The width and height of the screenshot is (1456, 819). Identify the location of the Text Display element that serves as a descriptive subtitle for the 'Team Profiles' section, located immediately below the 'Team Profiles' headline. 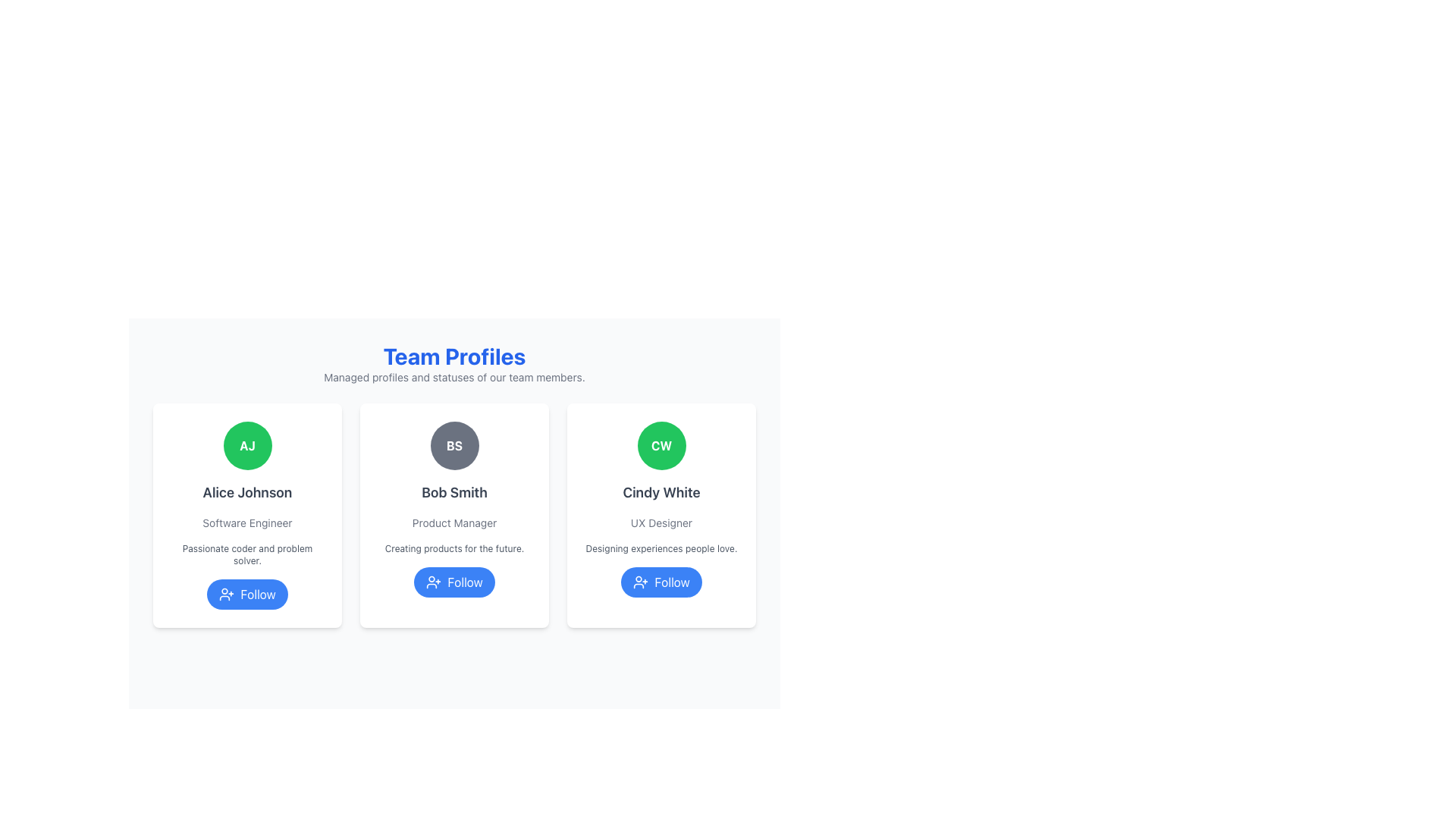
(453, 376).